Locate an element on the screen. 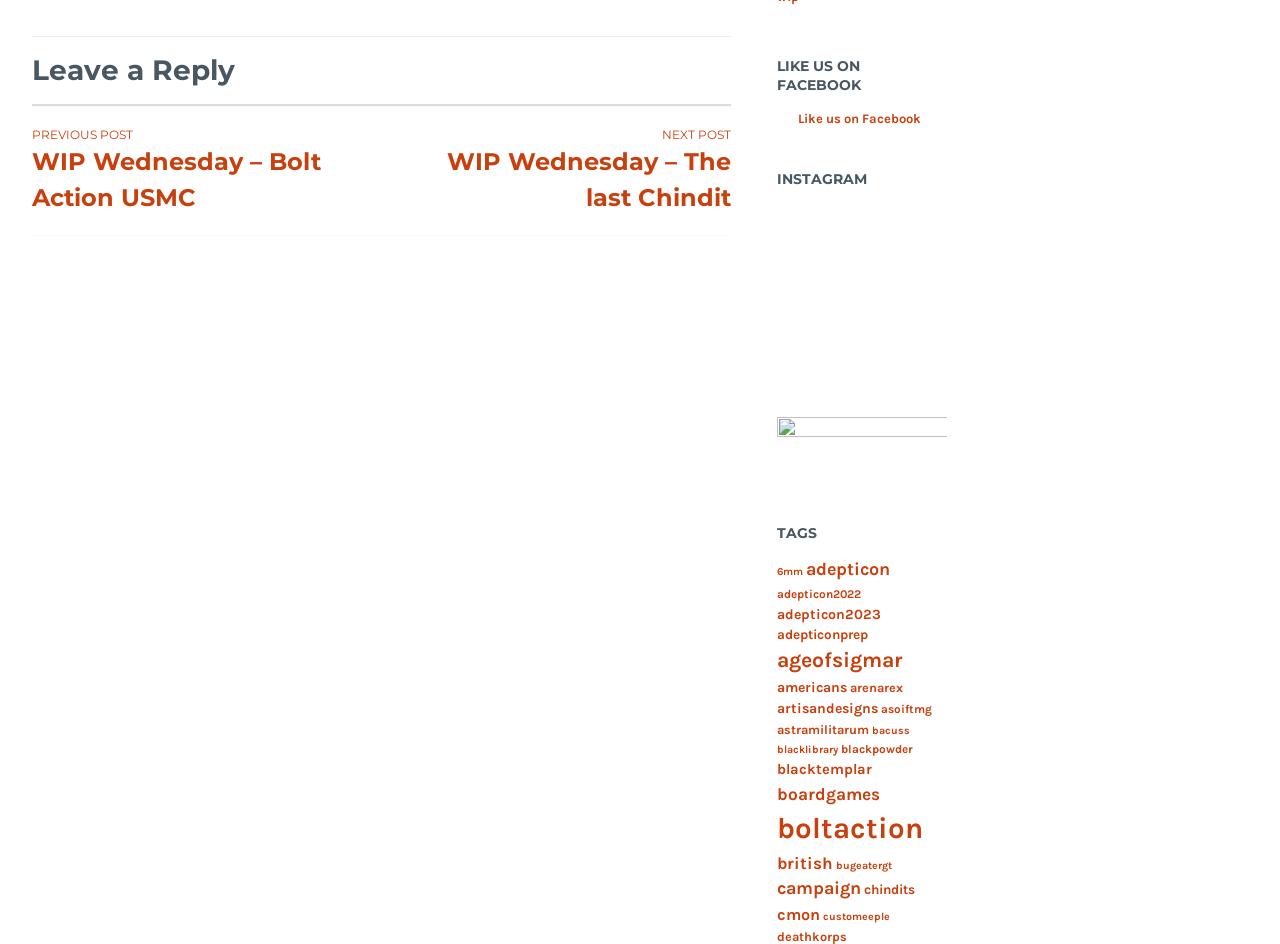  'british' is located at coordinates (803, 861).